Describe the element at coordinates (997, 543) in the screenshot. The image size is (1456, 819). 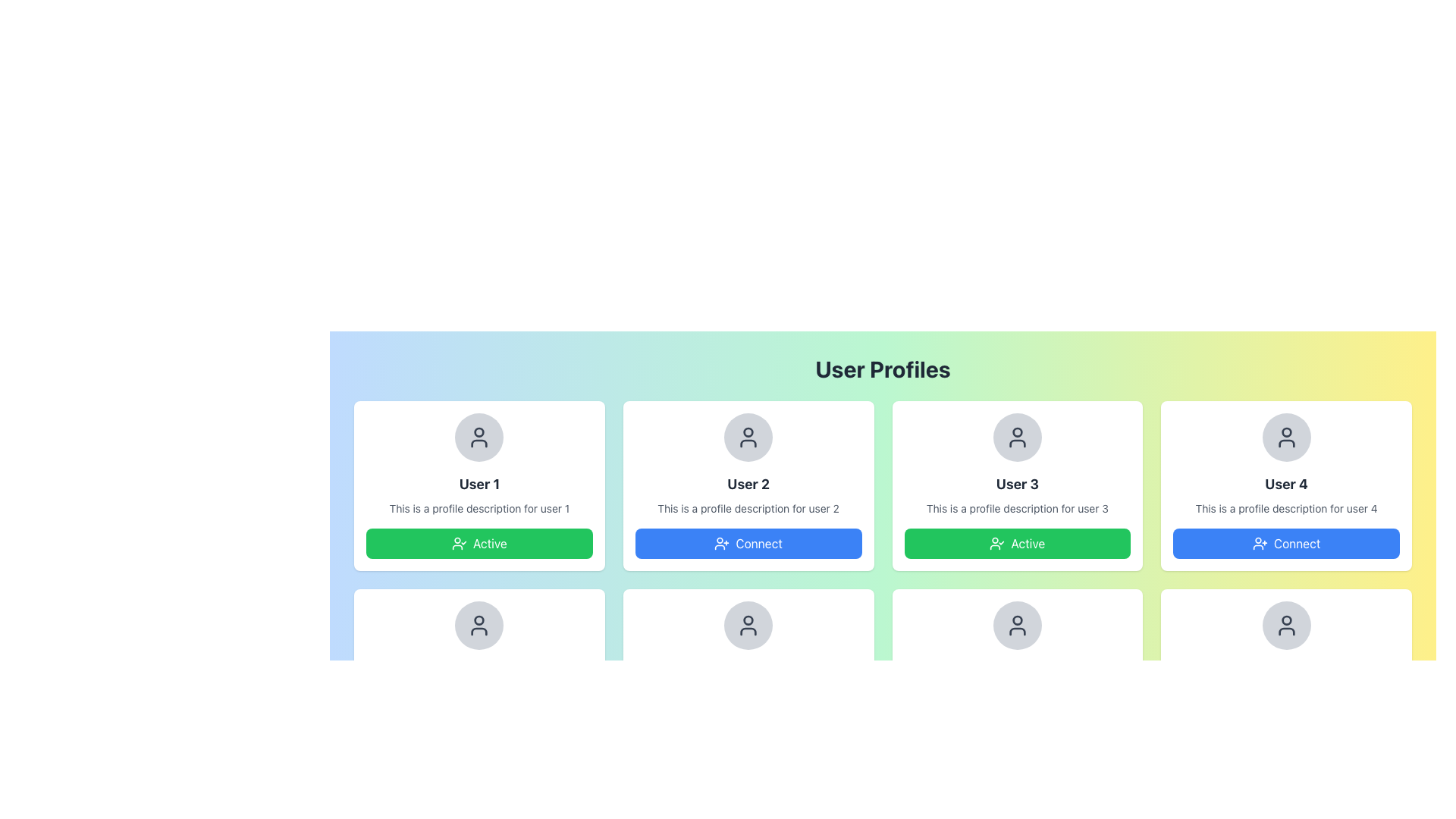
I see `the SVG Icon representing the confirmation status of 'User 3's profile, located in the bottom section of their profile card` at that location.